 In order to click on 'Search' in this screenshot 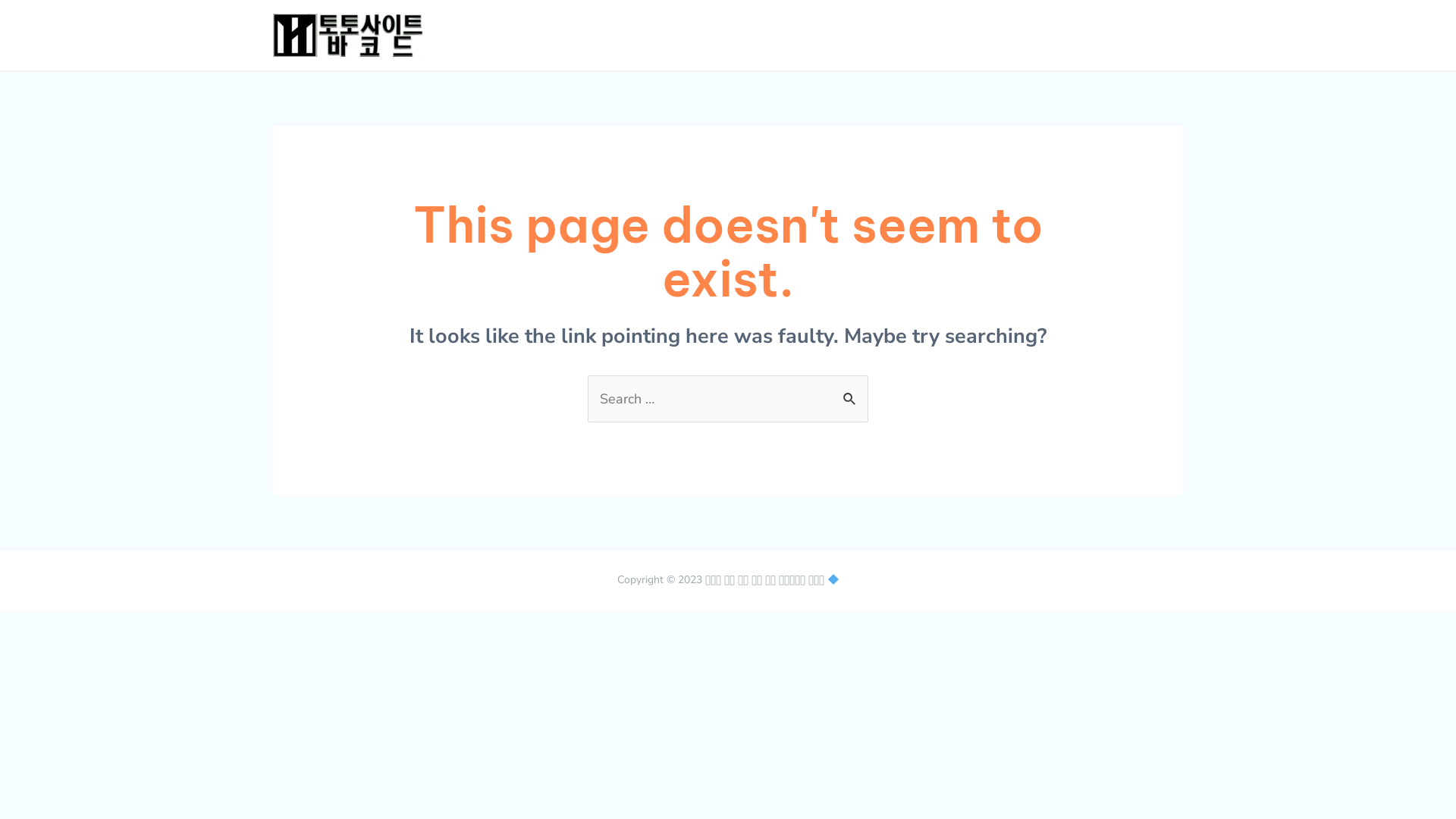, I will do `click(851, 391)`.